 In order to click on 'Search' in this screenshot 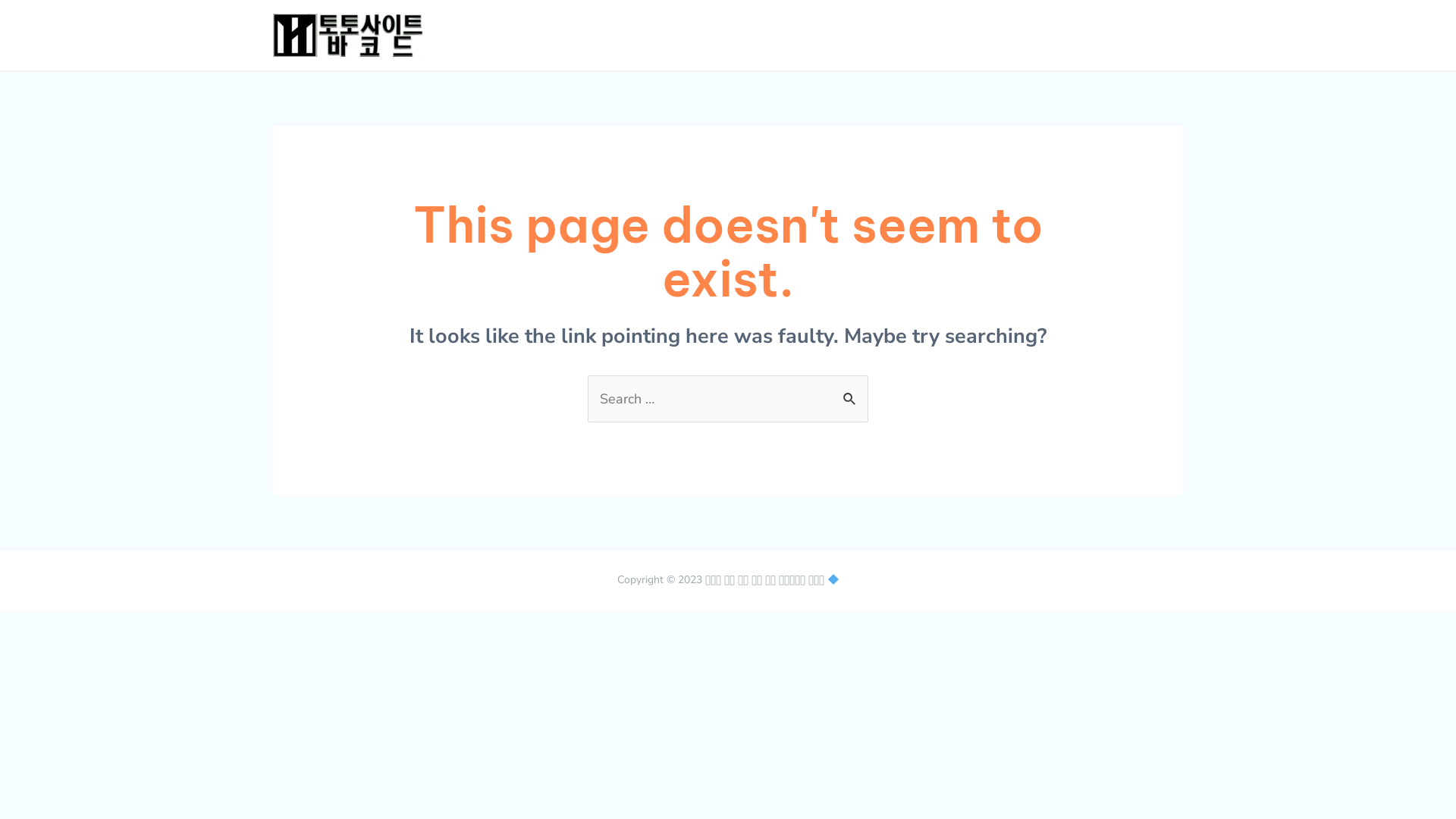, I will do `click(851, 391)`.